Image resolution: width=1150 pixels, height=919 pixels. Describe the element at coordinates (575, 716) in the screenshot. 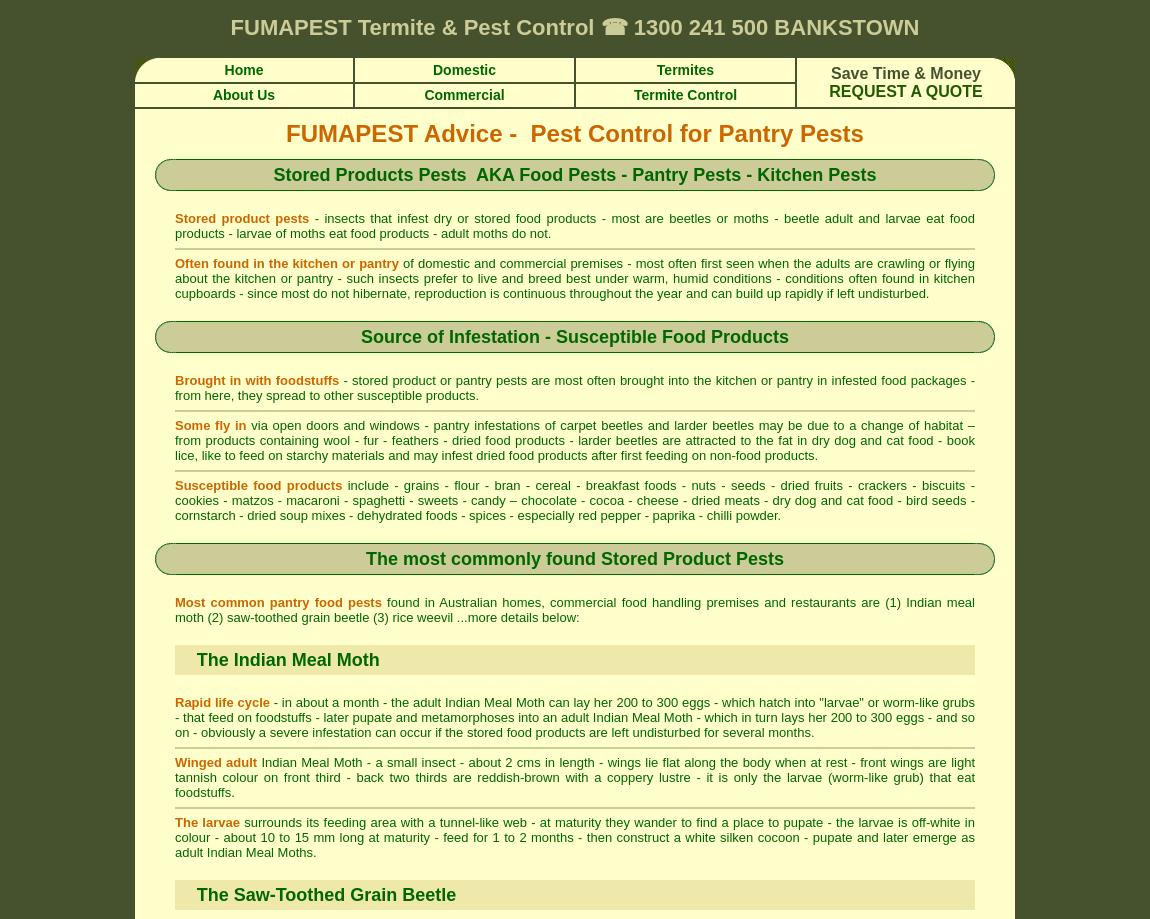

I see `'- in about a  month - the adult Indian Meal Moth can lay her 200 to 300  eggs - which hatch into "larvae" or worm-like grubs - that  feed on foodstuffs - later pupate and metamorphoses into an adult Indian Meal Moth - which in turn  lays her 200 to 300 eggs - and so on - obviously a severe infestation can occur if the stored food products are left undisturbed for several months.'` at that location.